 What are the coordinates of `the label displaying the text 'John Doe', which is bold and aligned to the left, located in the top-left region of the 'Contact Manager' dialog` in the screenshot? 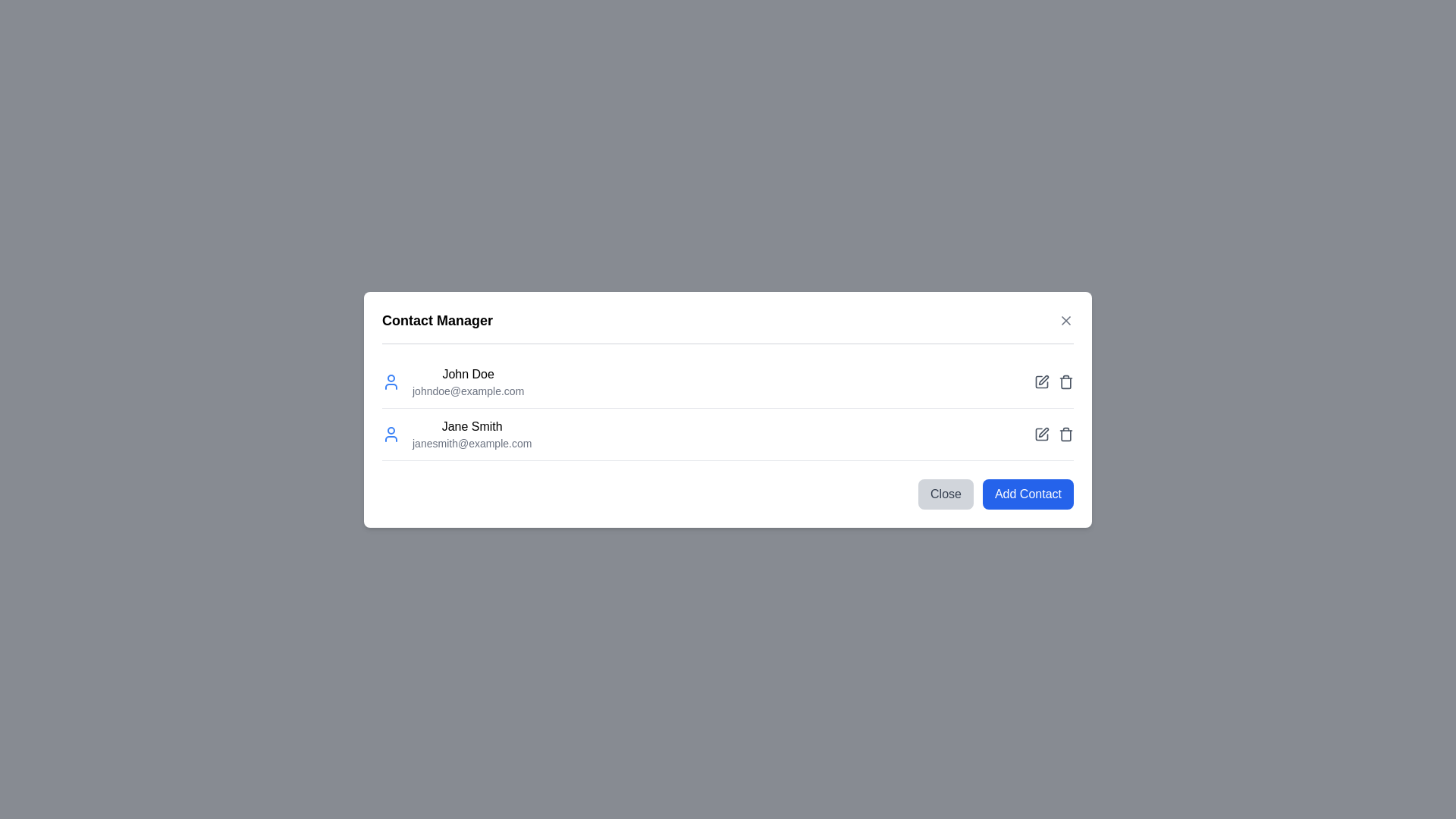 It's located at (467, 374).